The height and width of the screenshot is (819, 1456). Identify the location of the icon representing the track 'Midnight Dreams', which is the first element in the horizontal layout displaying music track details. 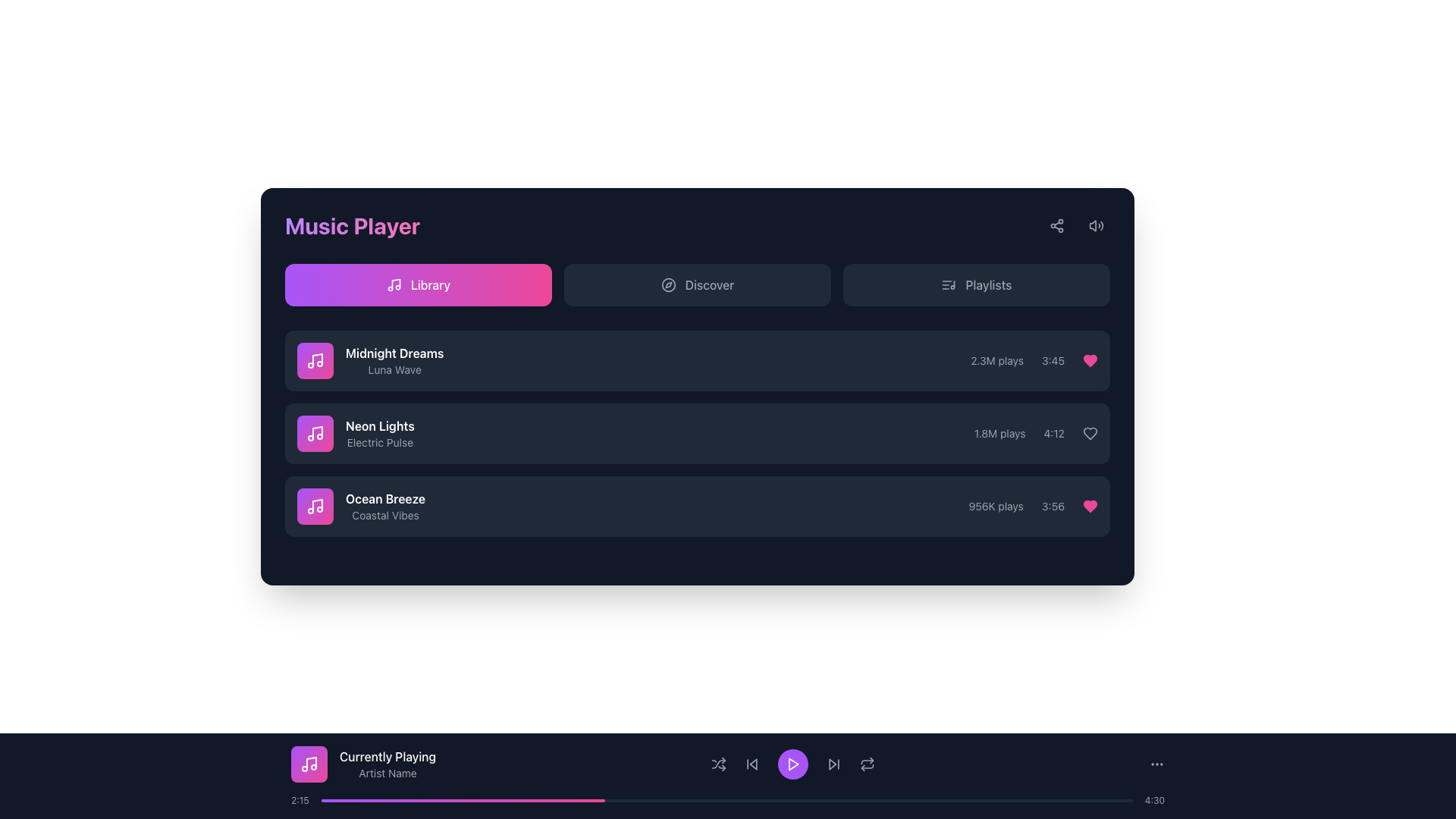
(315, 360).